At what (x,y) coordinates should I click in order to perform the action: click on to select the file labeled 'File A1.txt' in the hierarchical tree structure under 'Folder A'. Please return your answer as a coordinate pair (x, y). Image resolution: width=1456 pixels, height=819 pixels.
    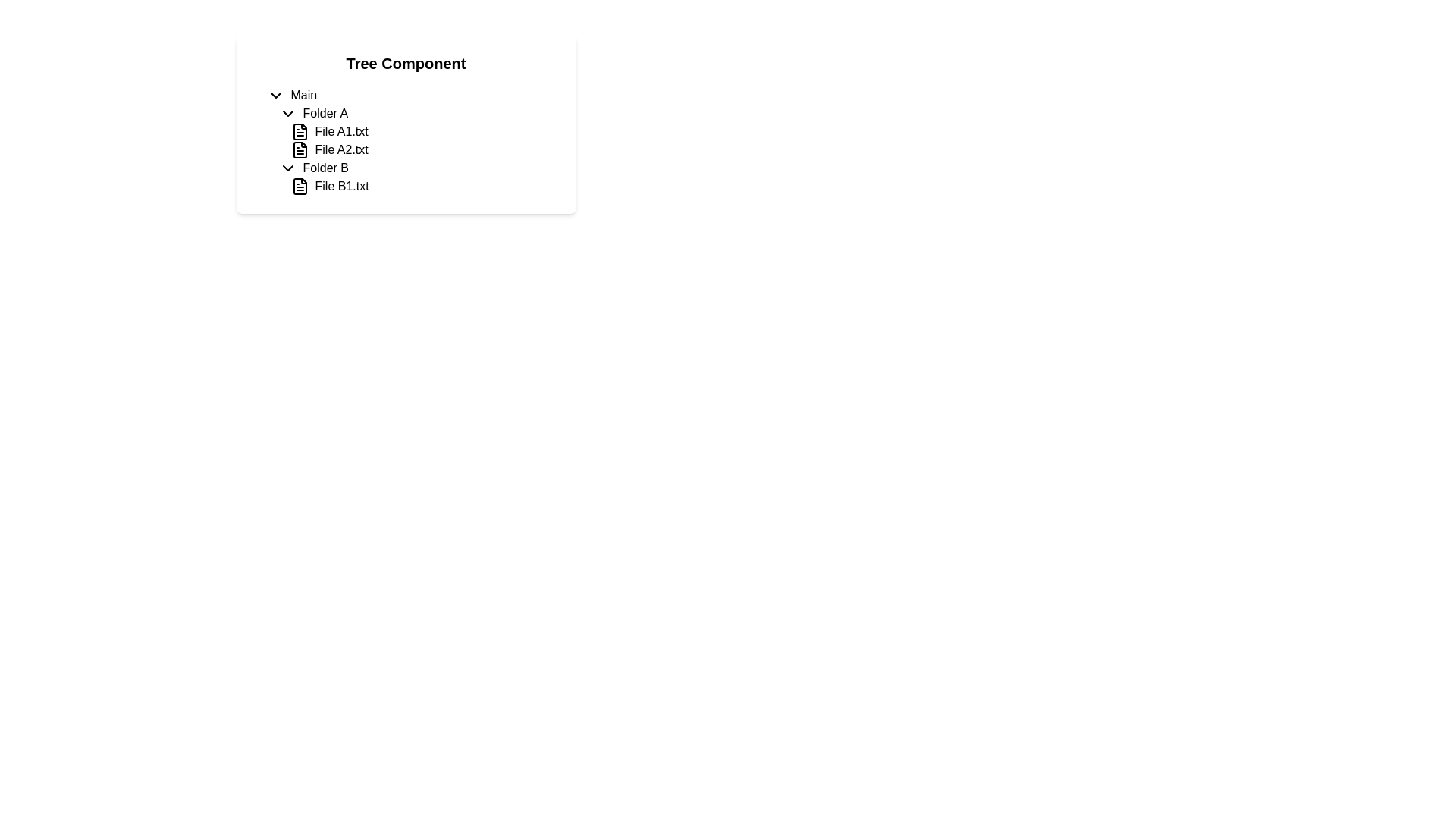
    Looking at the image, I should click on (418, 130).